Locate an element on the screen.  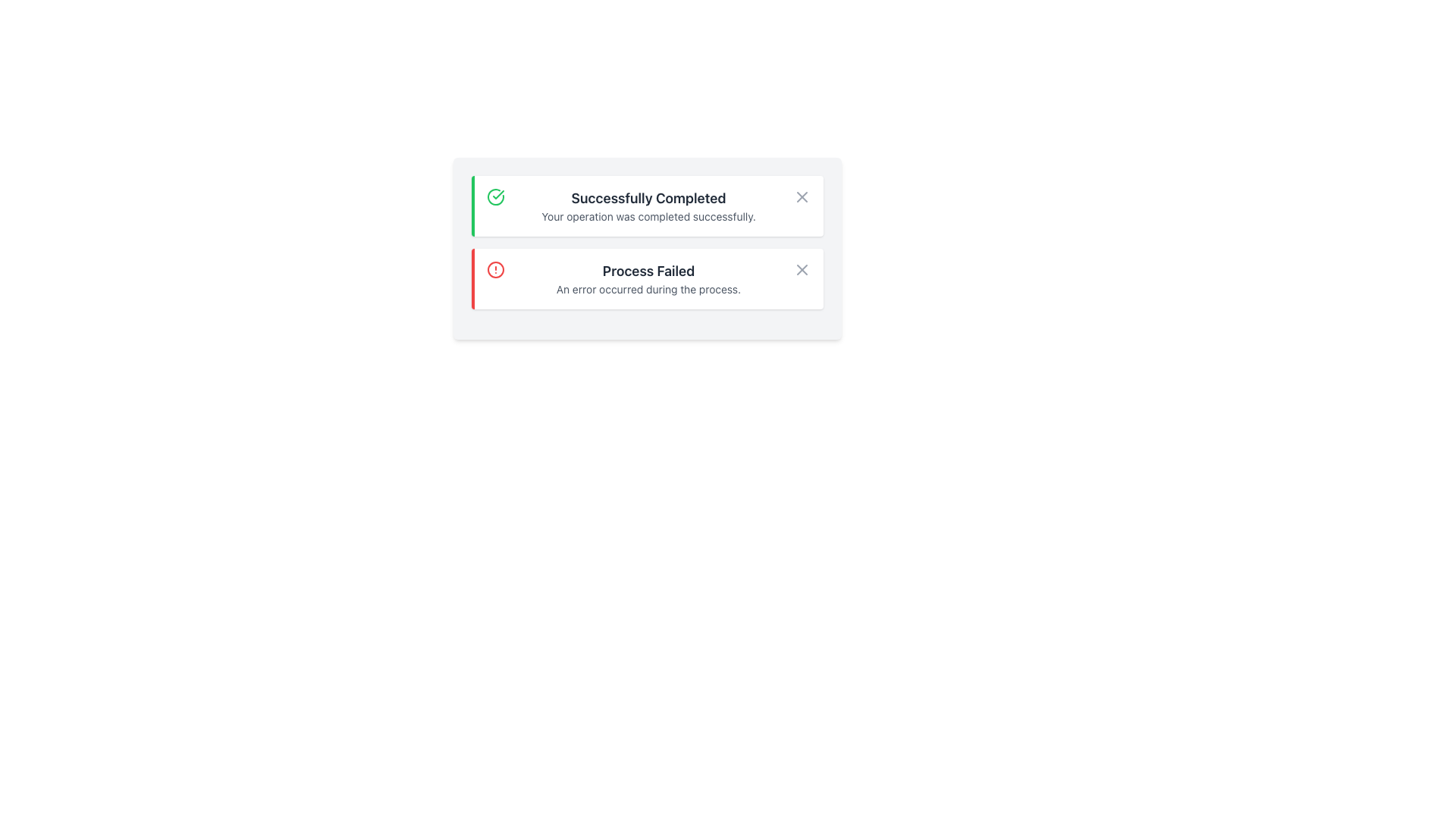
the notification panel which includes success and error messages about operations, identifiable by its light gray background and distinct sections with green and red borders is located at coordinates (647, 247).